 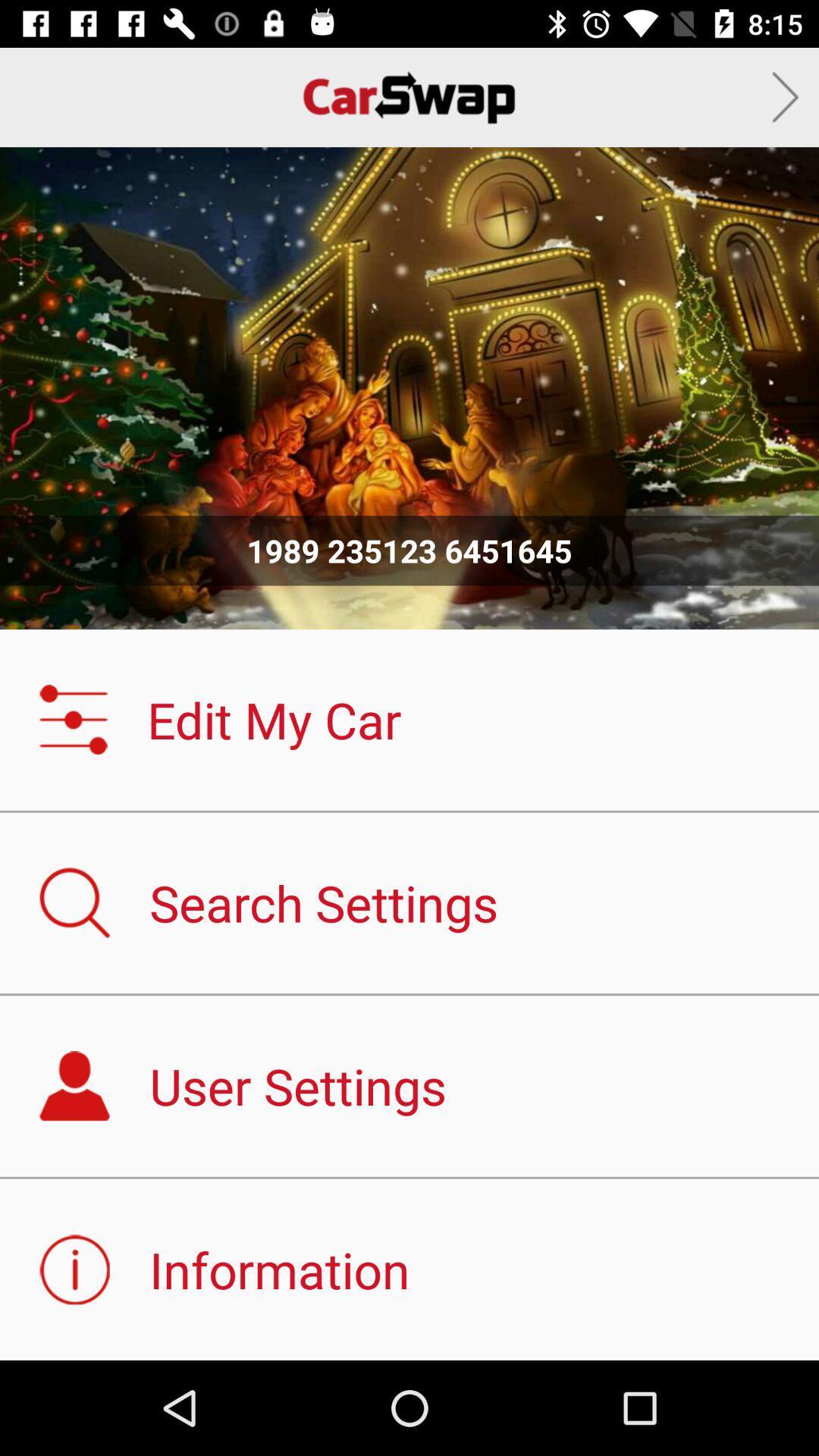 What do you see at coordinates (785, 96) in the screenshot?
I see `the play icon` at bounding box center [785, 96].